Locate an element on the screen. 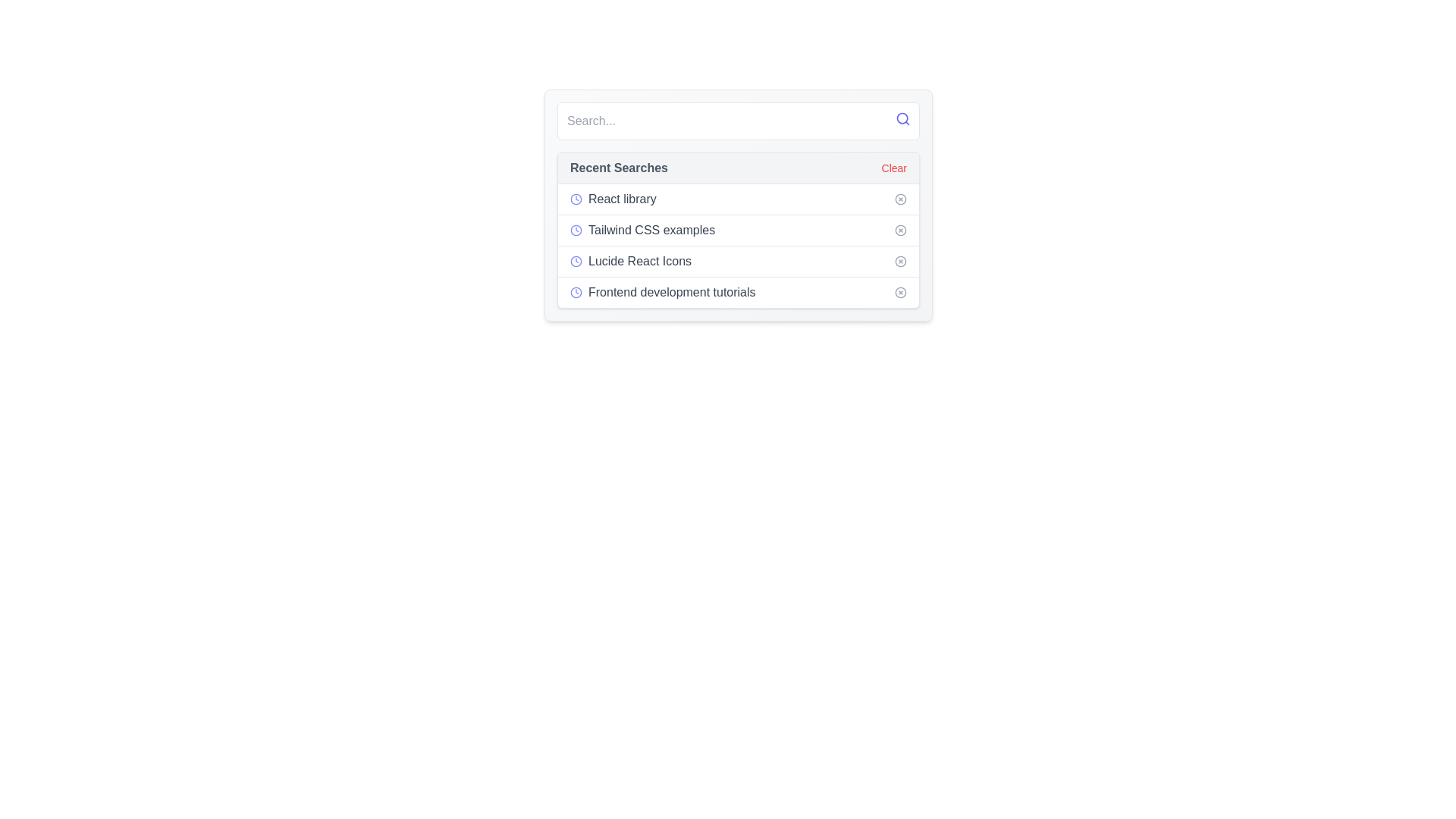 This screenshot has height=819, width=1456. the SVG circle element that resembles a clock's border, located to the left of the text 'Frontend development tutorials' in the 'Recent Searches' section is located at coordinates (575, 292).